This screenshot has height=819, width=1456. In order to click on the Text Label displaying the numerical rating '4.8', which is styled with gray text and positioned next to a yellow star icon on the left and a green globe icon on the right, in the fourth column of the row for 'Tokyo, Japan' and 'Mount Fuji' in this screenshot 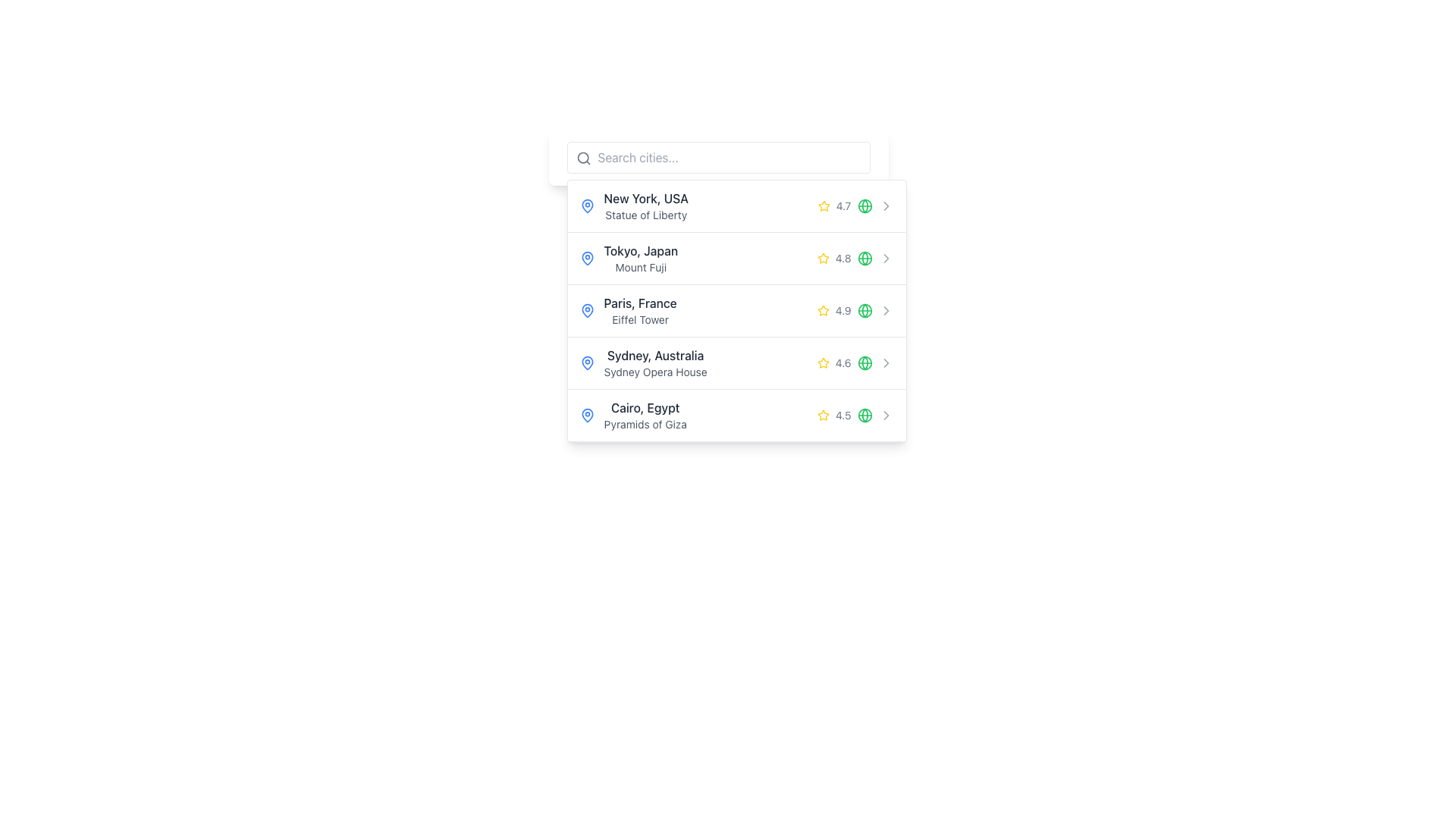, I will do `click(844, 257)`.